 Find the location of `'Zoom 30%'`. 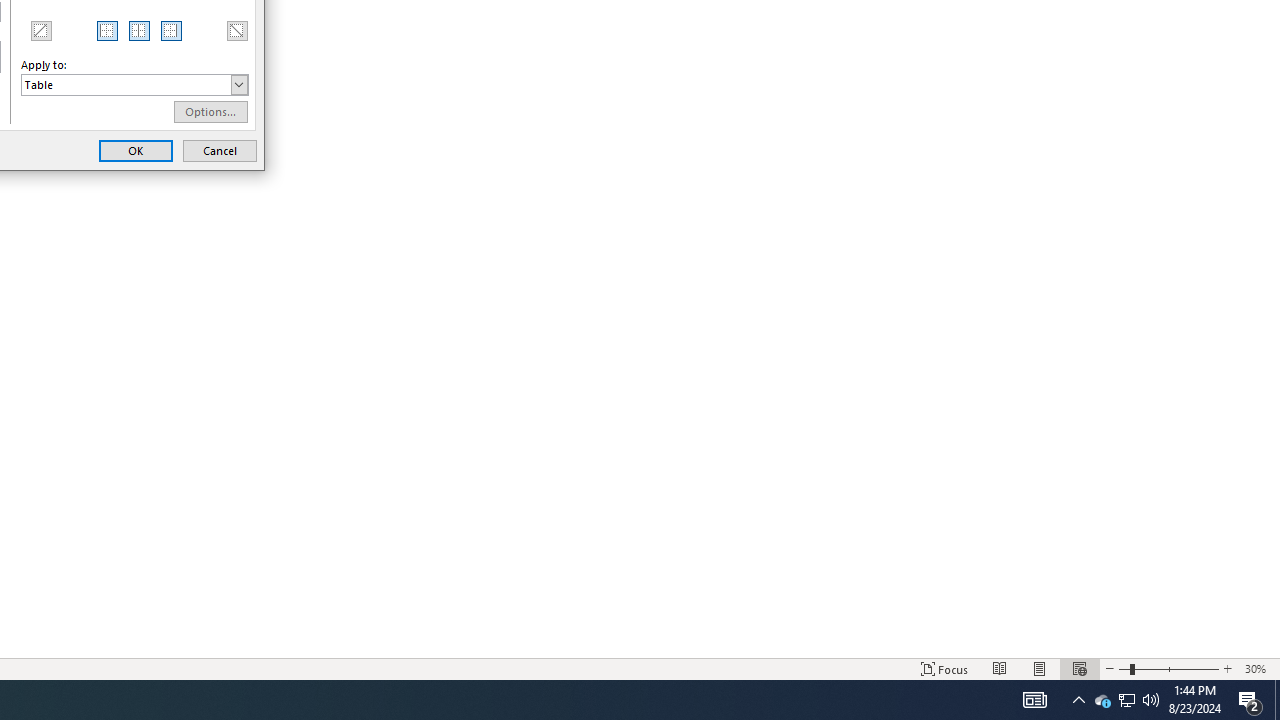

'Zoom 30%' is located at coordinates (1257, 669).